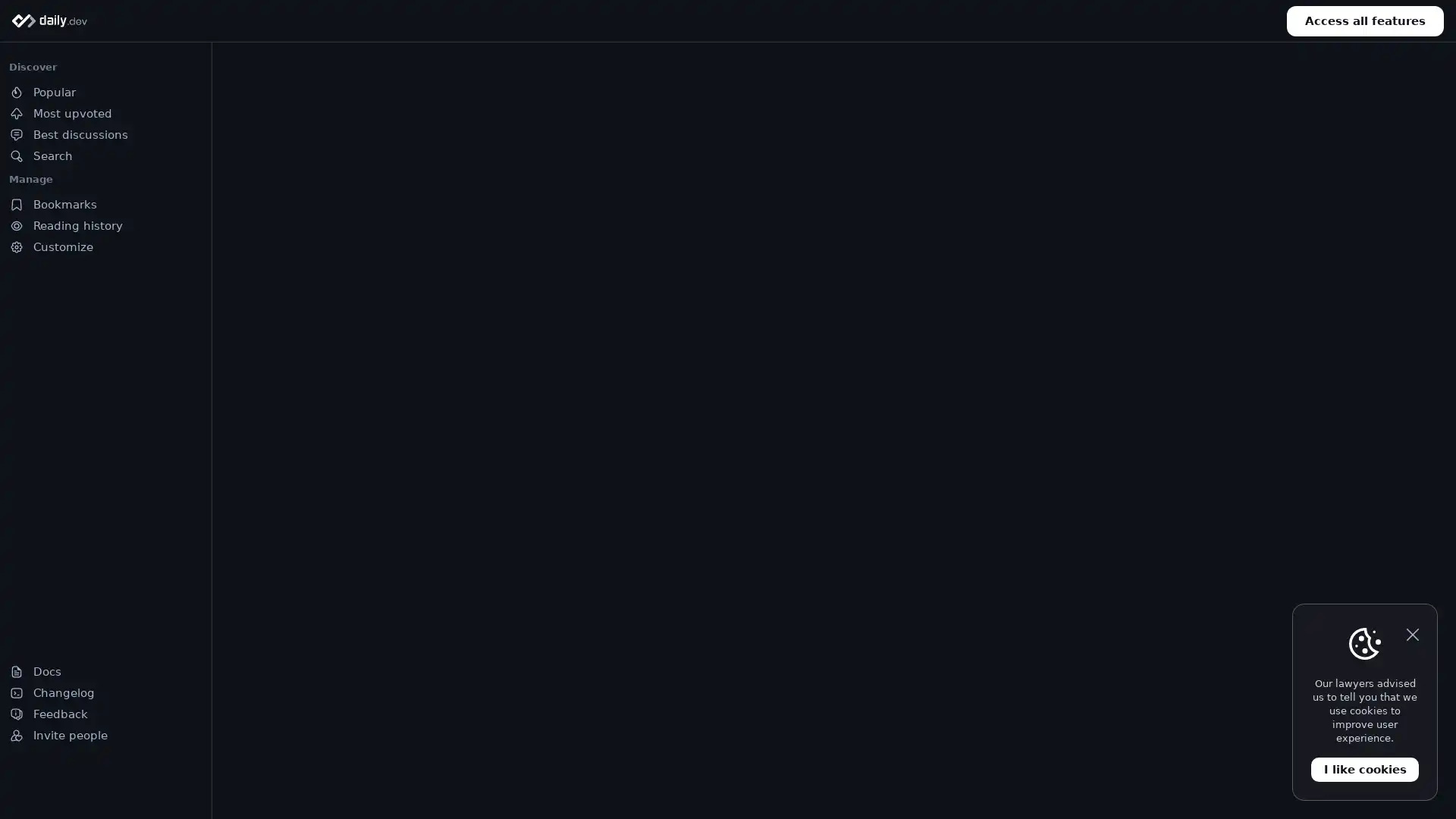 The image size is (1456, 819). Describe the element at coordinates (528, 491) in the screenshot. I see `Options` at that location.